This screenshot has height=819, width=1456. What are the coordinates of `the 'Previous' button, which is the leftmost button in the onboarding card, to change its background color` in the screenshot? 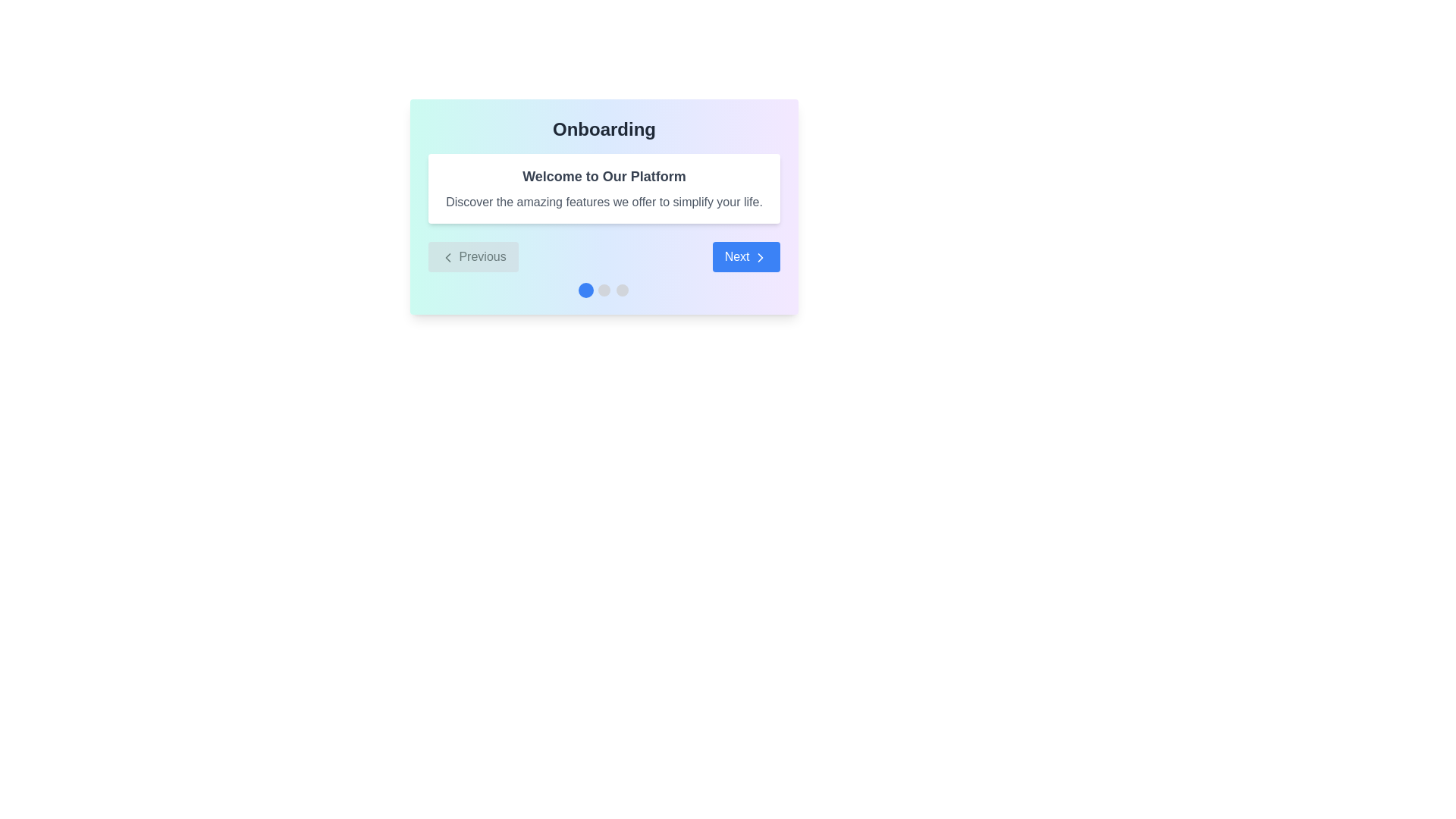 It's located at (472, 256).